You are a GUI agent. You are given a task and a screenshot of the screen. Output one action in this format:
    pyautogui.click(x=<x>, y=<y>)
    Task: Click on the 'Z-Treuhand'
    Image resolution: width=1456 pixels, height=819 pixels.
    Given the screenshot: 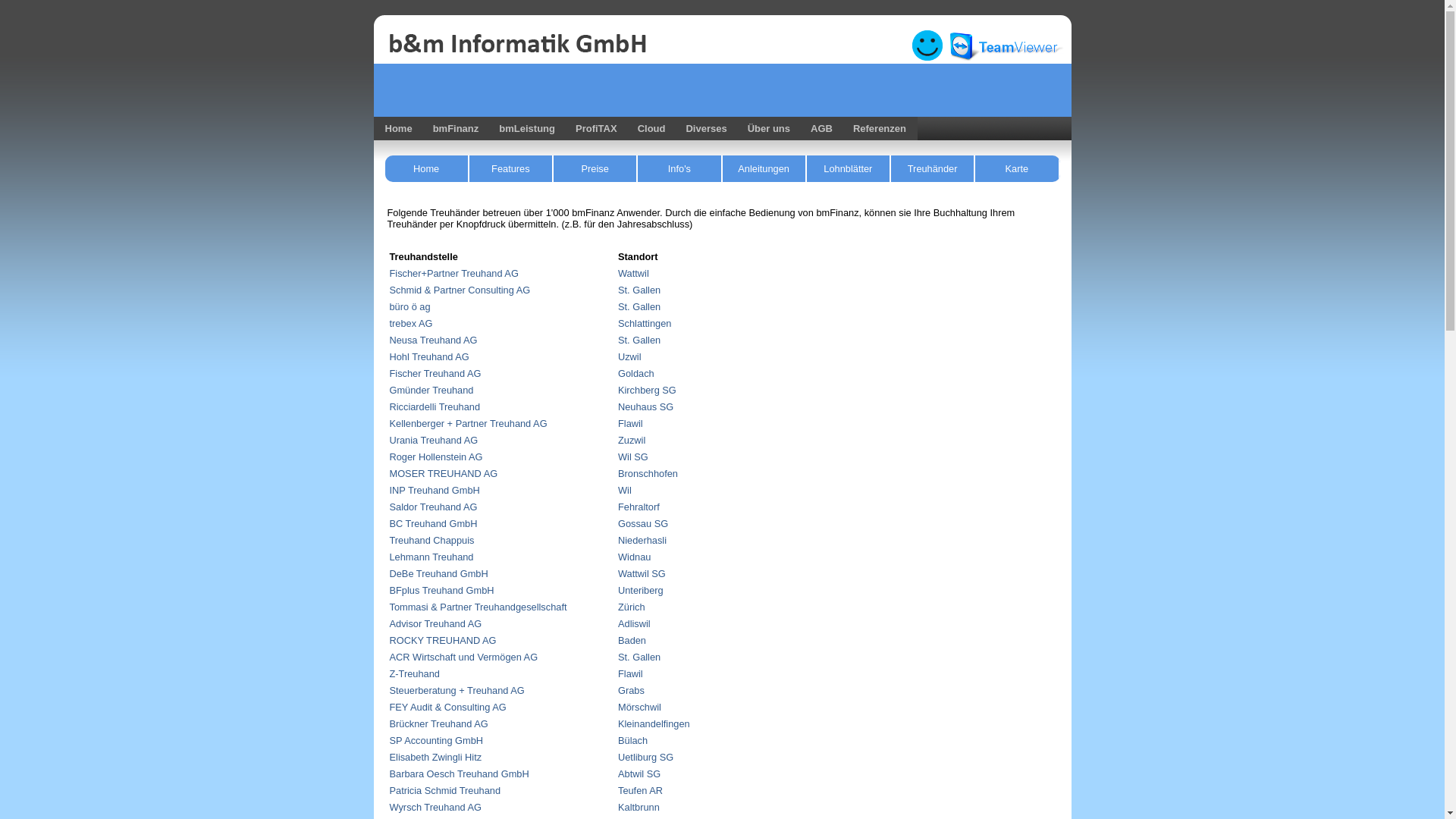 What is the action you would take?
    pyautogui.click(x=415, y=673)
    